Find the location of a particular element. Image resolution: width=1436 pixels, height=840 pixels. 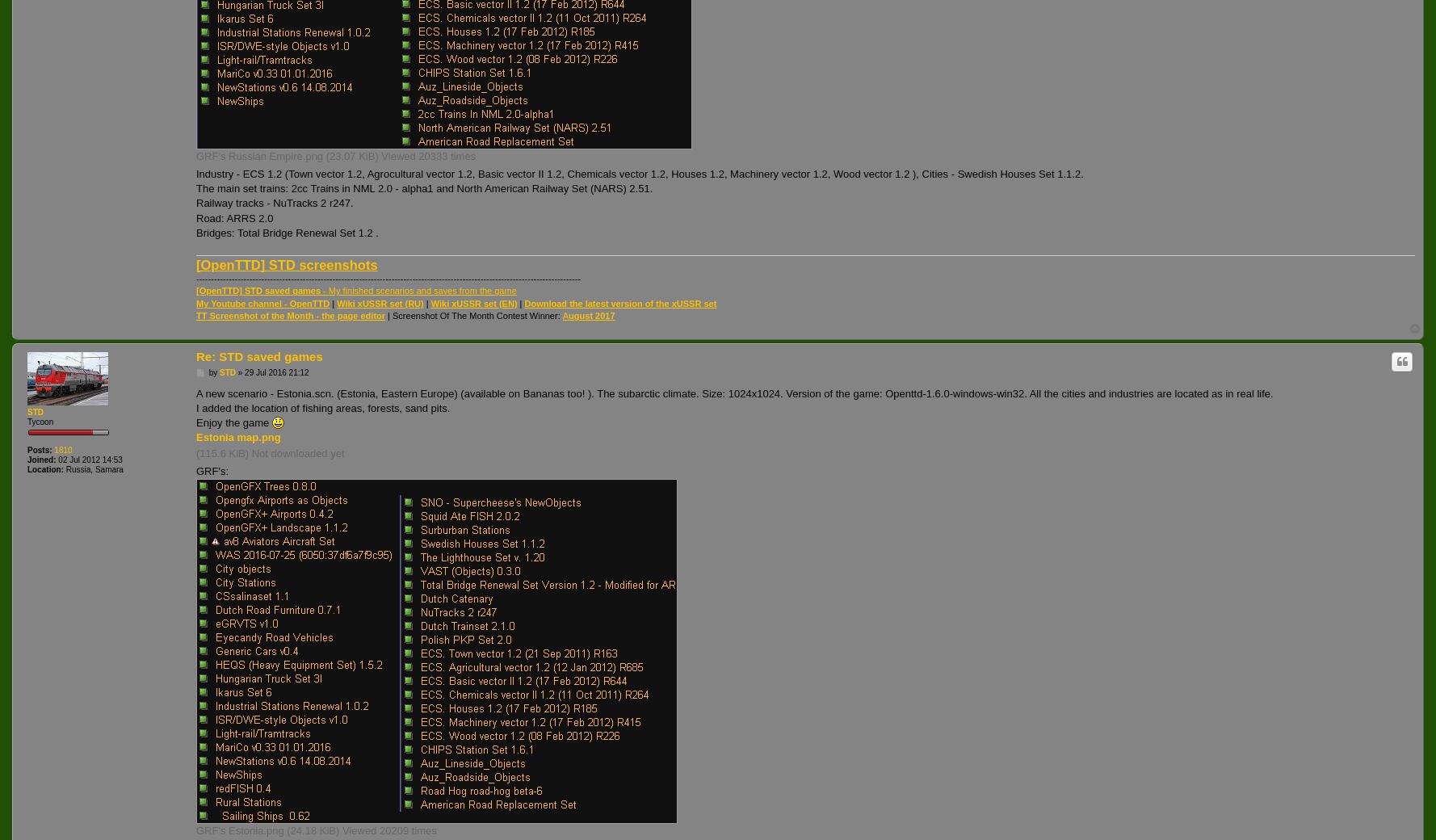

'----------------------------------------------------------------------------------------------------------------------------------' is located at coordinates (387, 277).